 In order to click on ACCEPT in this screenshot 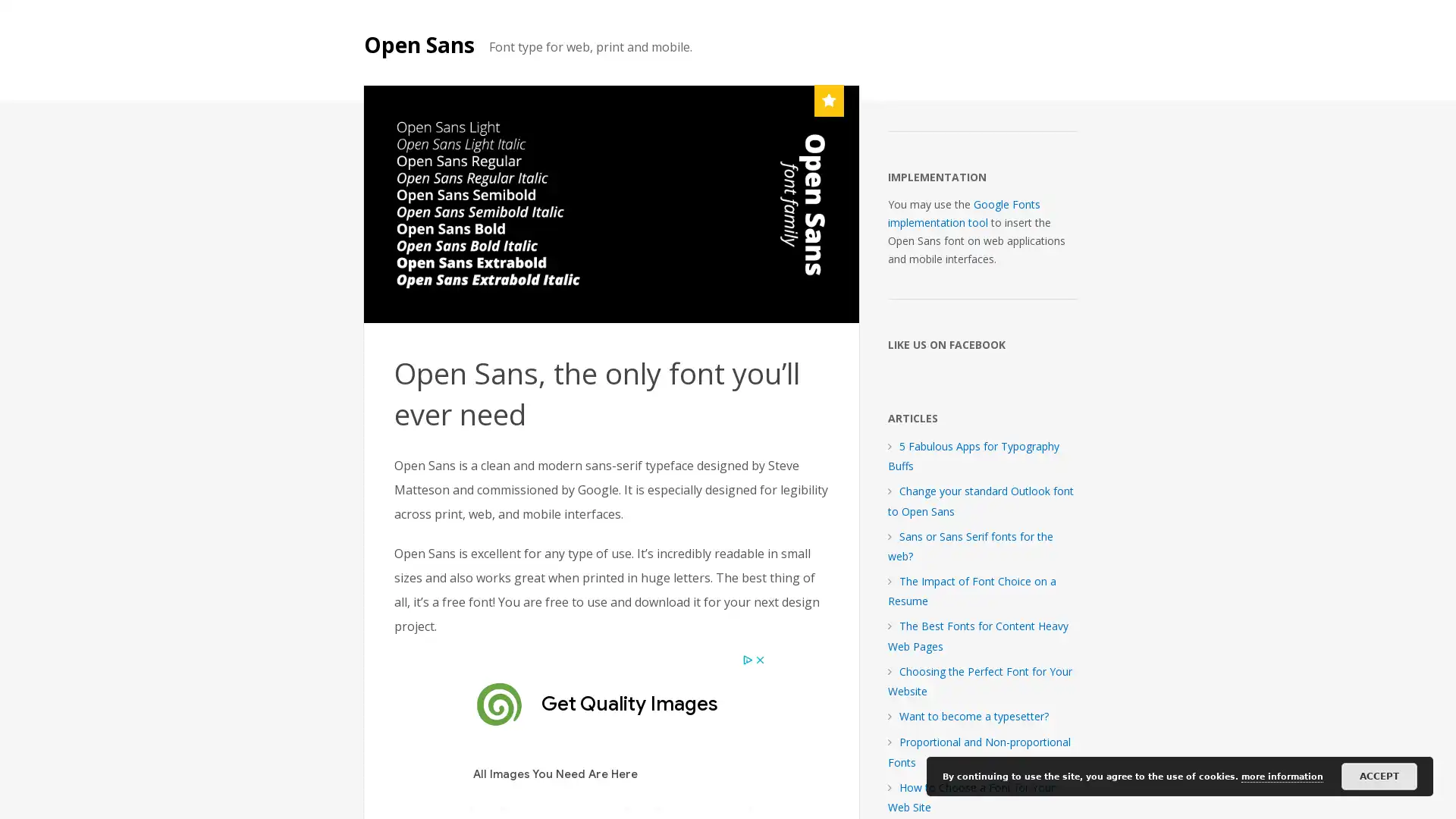, I will do `click(1379, 776)`.